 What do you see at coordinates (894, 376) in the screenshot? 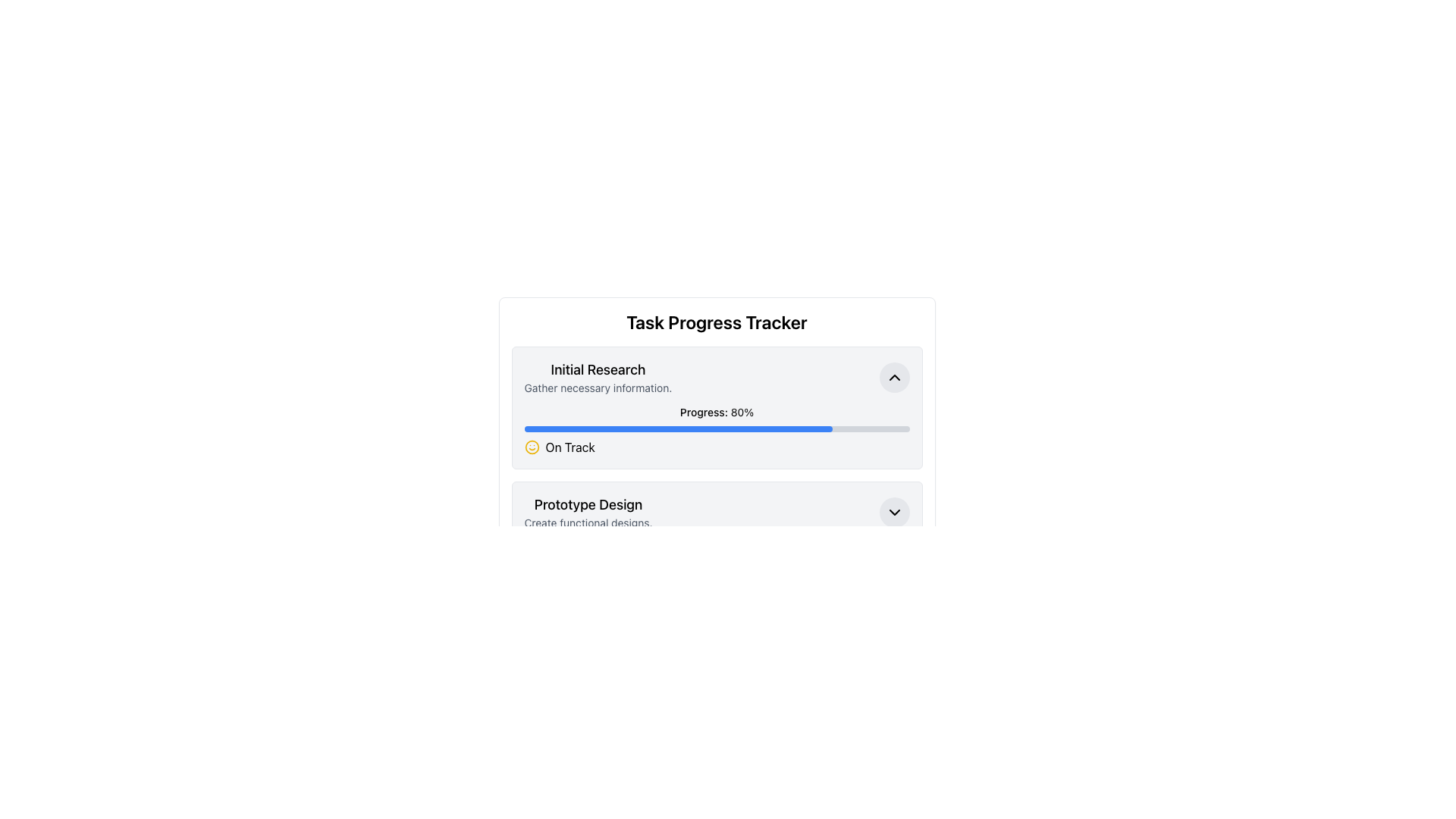
I see `the Toggle Button (Icon Button) located in the top-right corner of the 'Task Progress Tracker' section, specifically inside the 'Initial Research' card` at bounding box center [894, 376].